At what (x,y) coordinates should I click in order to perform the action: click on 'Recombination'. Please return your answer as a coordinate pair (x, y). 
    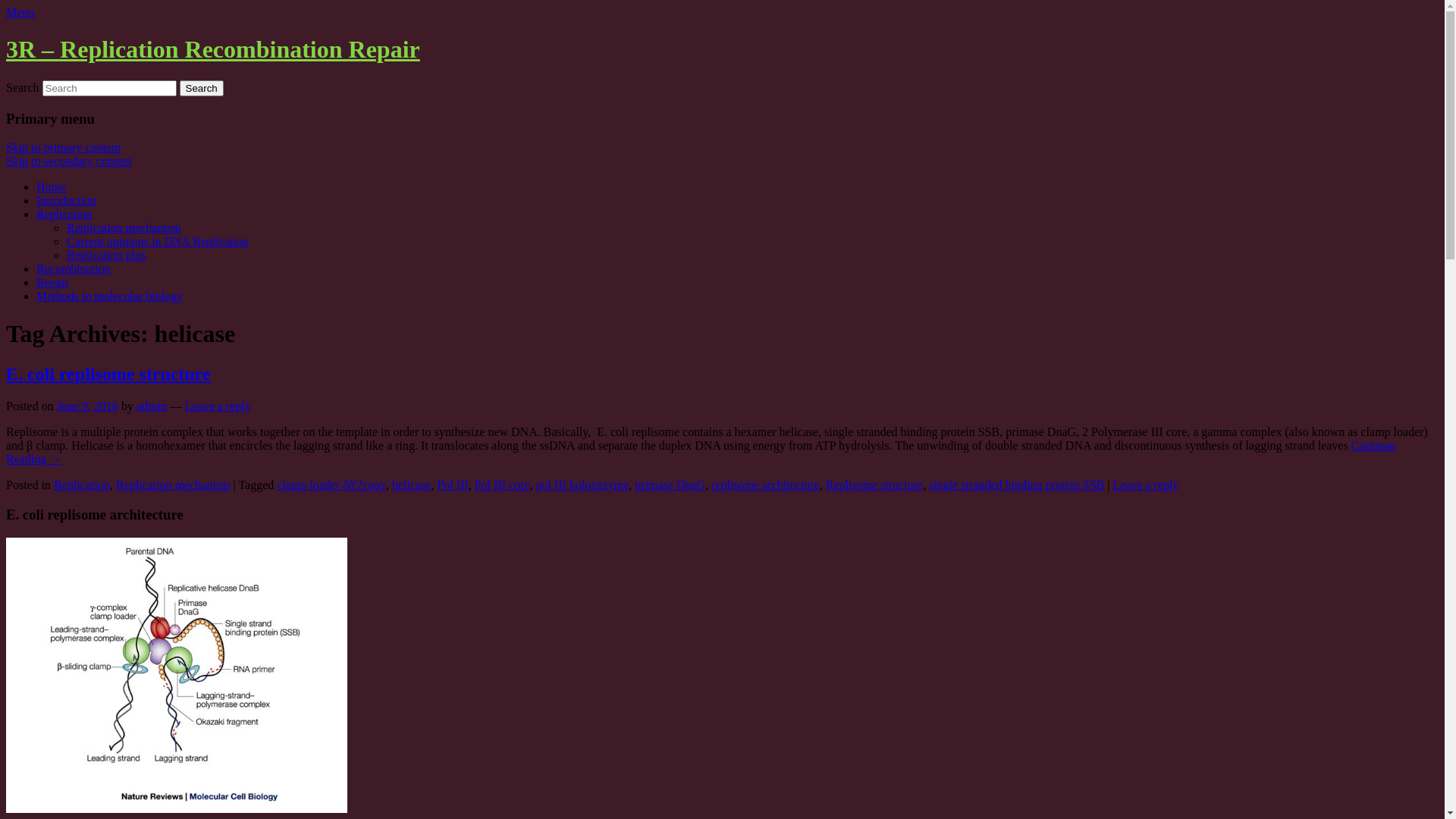
    Looking at the image, I should click on (72, 268).